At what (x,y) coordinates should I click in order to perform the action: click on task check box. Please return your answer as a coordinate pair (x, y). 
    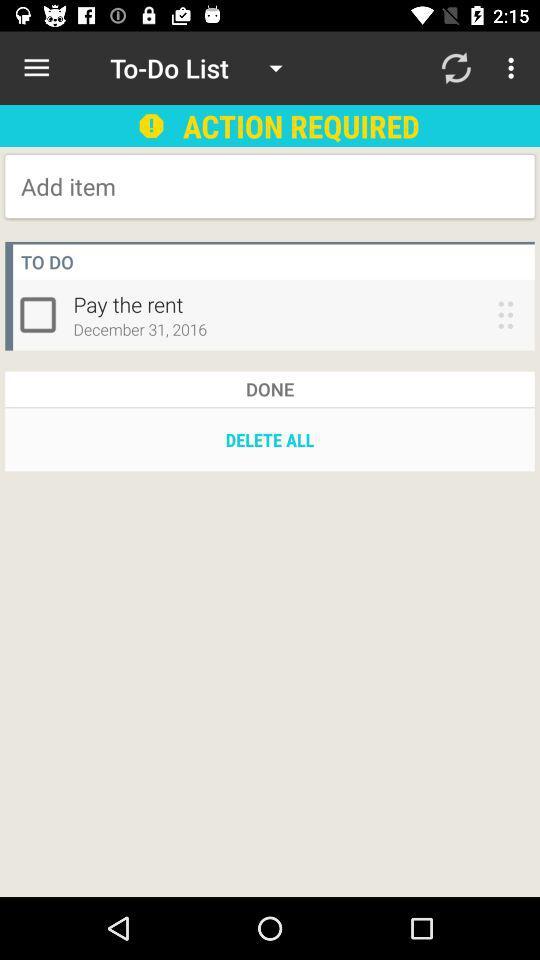
    Looking at the image, I should click on (42, 314).